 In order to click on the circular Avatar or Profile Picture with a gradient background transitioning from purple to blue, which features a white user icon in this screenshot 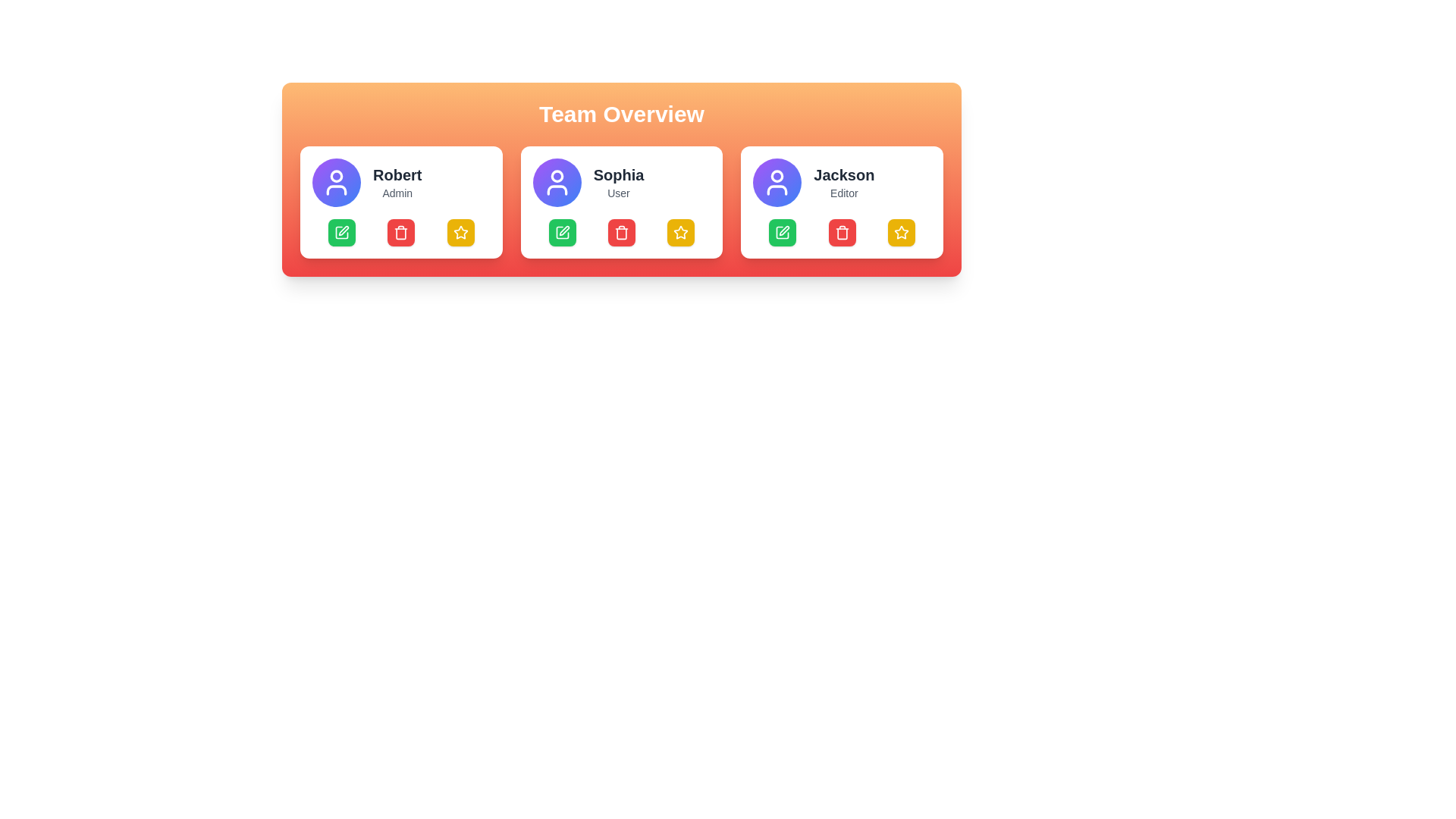, I will do `click(336, 181)`.